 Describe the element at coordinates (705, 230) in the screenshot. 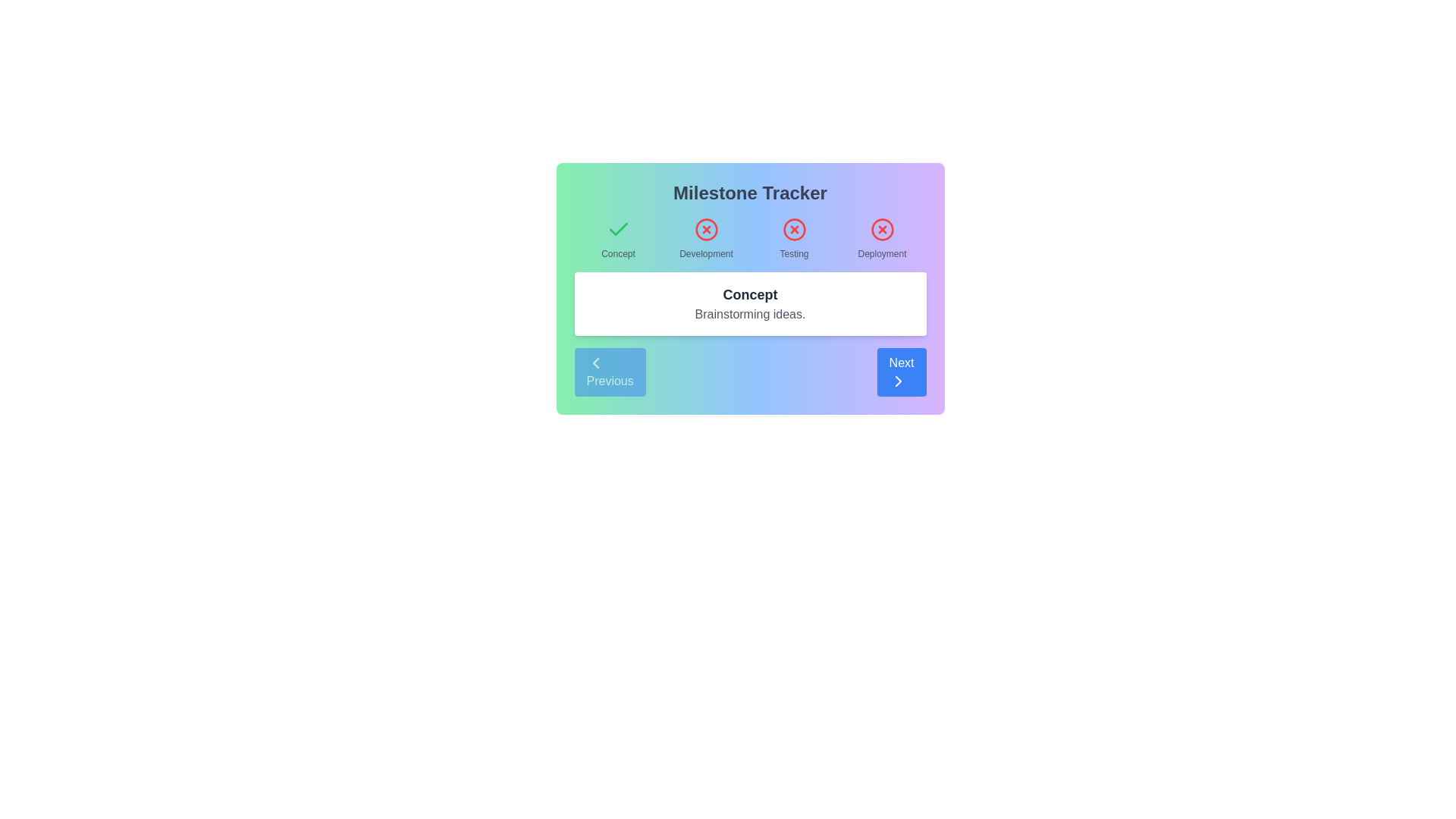

I see `the second icon representing the 'Development' milestone in the progress tracker interface` at that location.